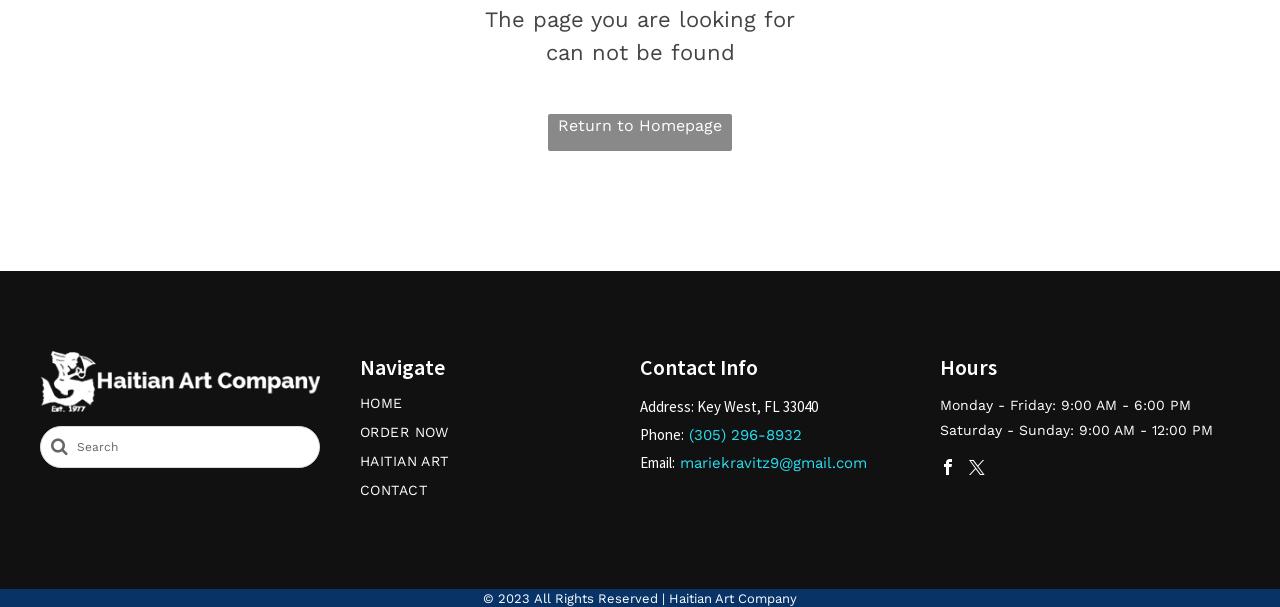 The image size is (1280, 607). Describe the element at coordinates (662, 433) in the screenshot. I see `'Phone:'` at that location.